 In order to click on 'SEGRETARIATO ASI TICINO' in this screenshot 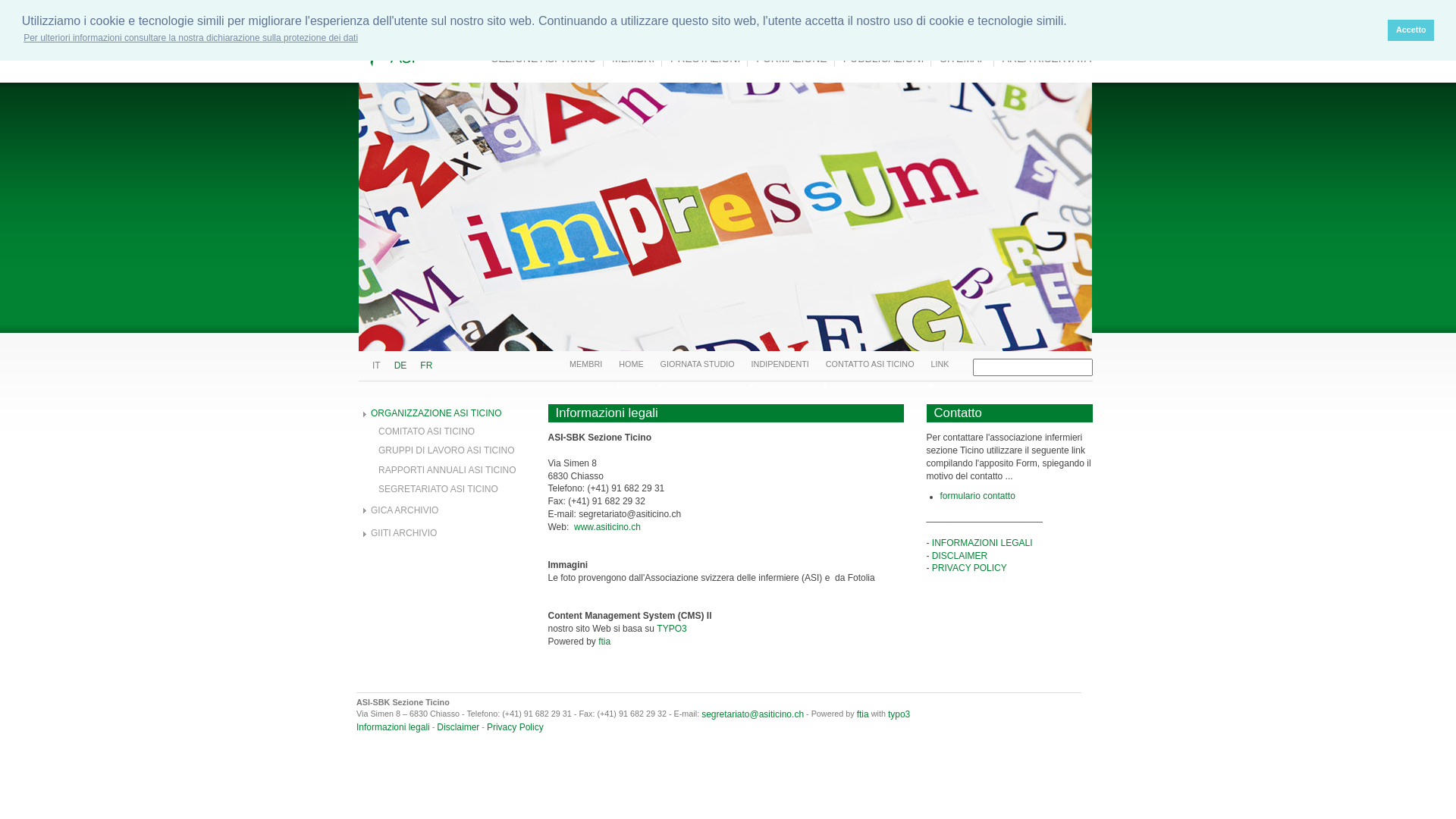, I will do `click(437, 488)`.